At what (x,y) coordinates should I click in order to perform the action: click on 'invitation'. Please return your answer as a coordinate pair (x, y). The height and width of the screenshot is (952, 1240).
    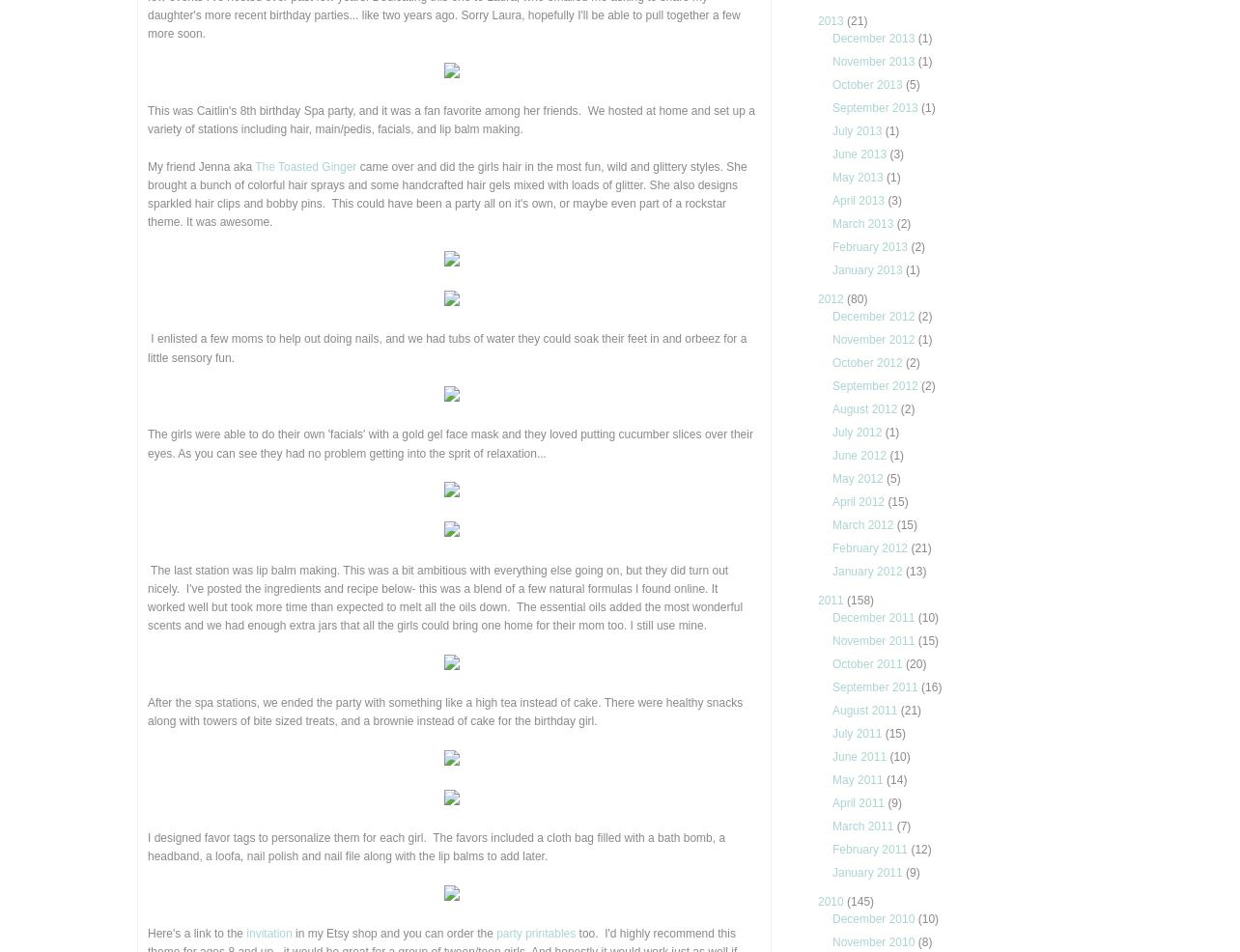
    Looking at the image, I should click on (268, 933).